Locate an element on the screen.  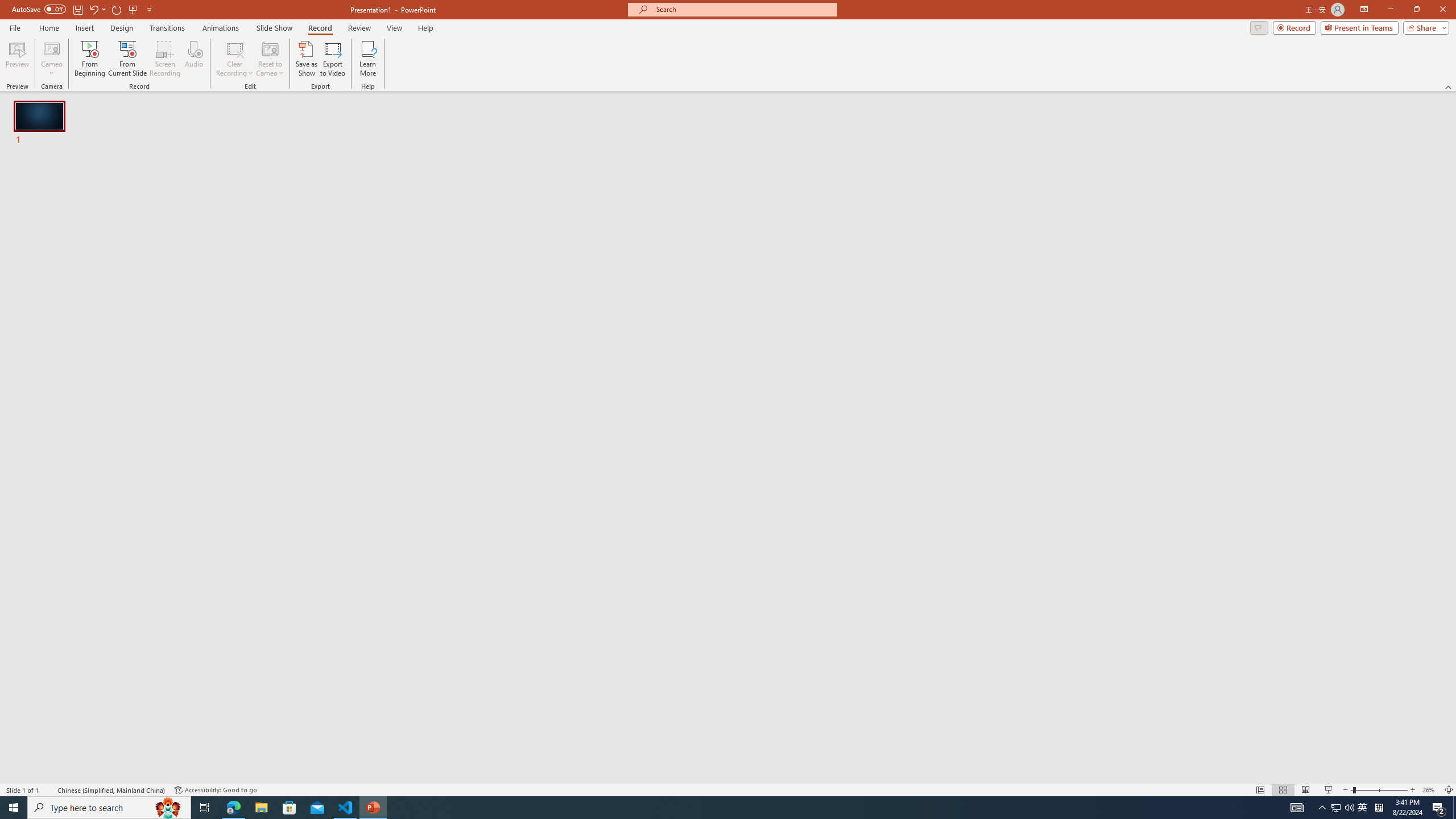
'Zoom Out' is located at coordinates (1351, 790).